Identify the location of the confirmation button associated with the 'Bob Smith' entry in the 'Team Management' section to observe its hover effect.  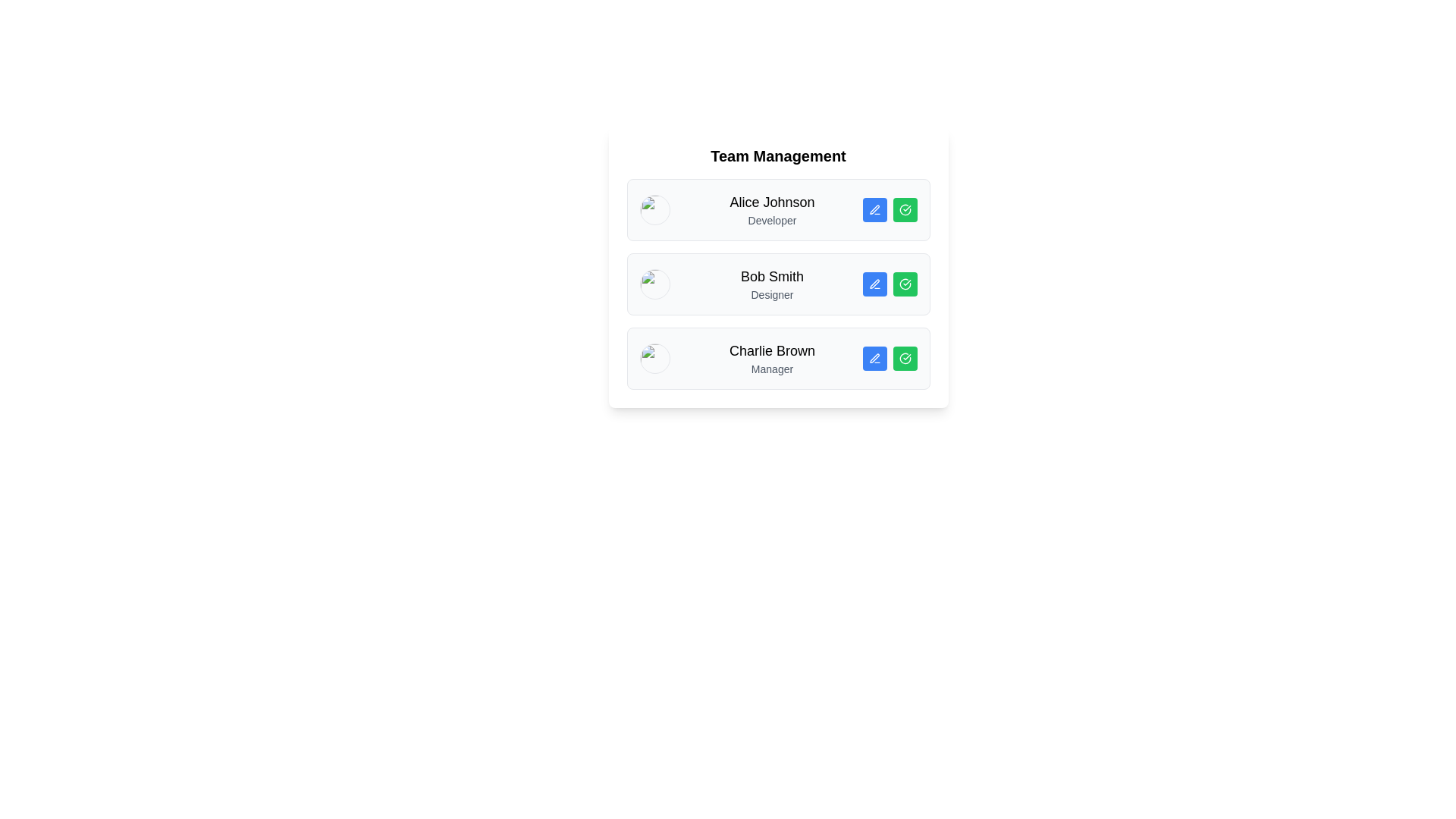
(905, 284).